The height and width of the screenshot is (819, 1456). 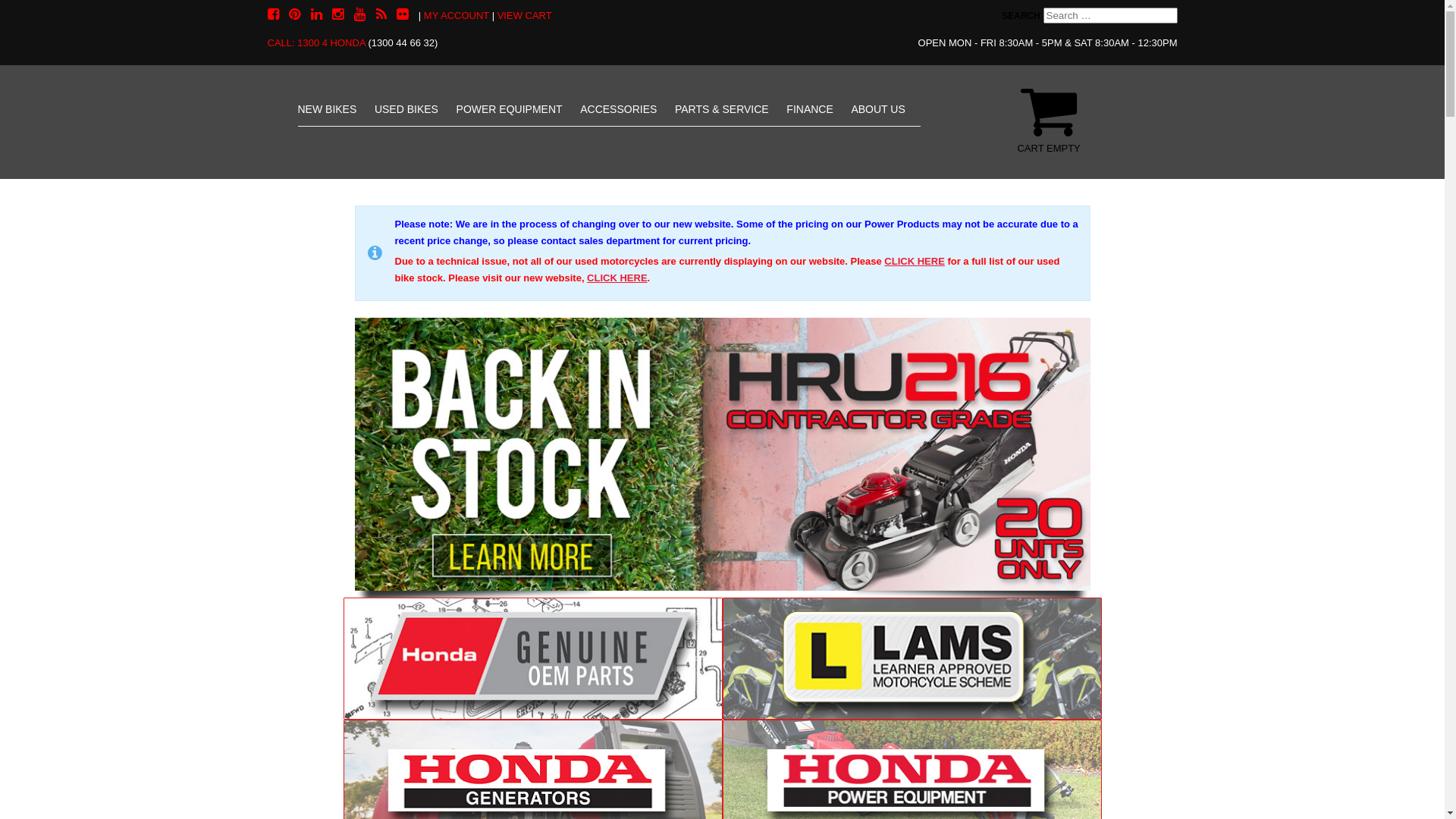 What do you see at coordinates (618, 108) in the screenshot?
I see `'ACCESSORIES'` at bounding box center [618, 108].